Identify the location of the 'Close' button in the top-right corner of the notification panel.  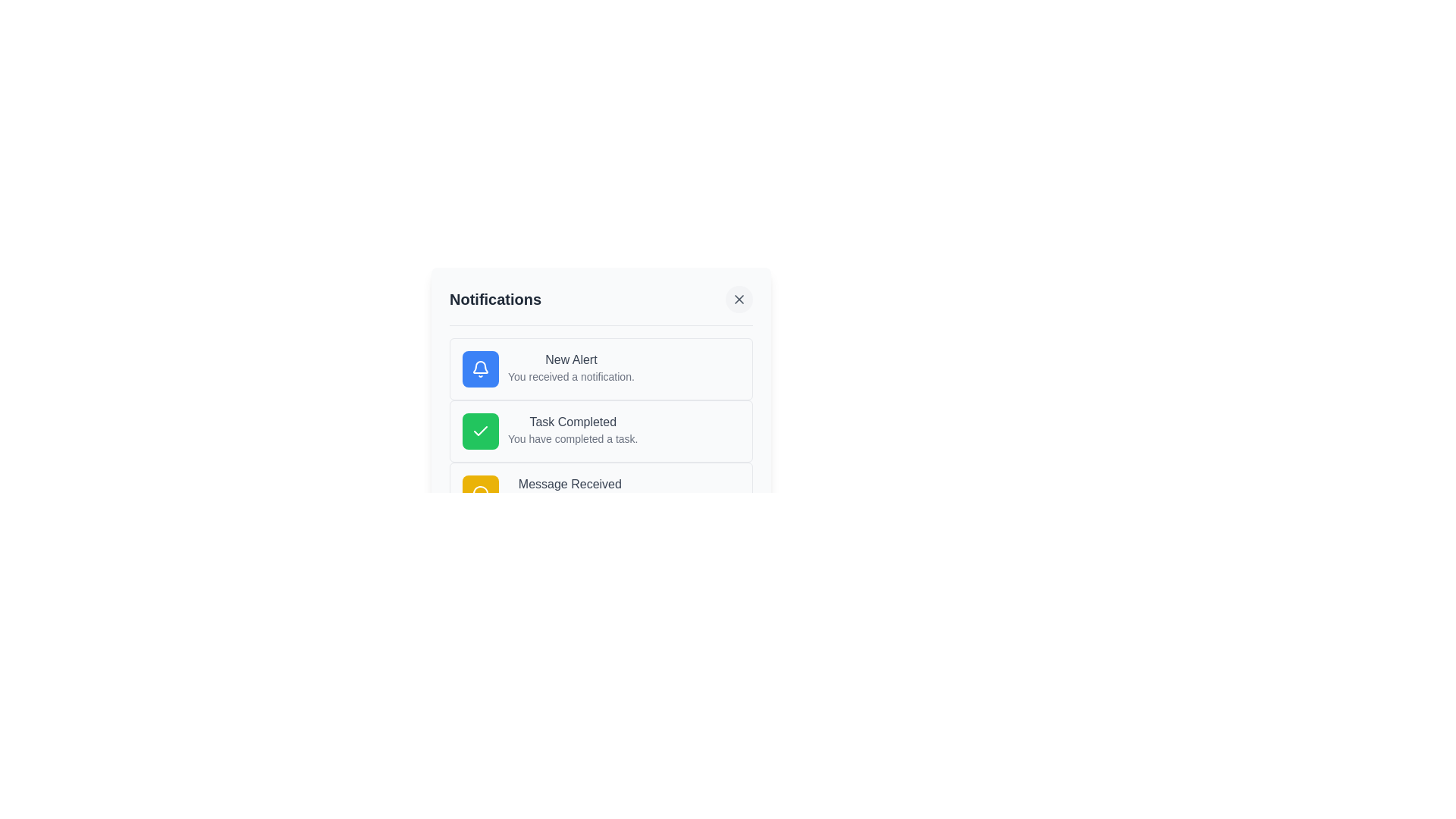
(739, 299).